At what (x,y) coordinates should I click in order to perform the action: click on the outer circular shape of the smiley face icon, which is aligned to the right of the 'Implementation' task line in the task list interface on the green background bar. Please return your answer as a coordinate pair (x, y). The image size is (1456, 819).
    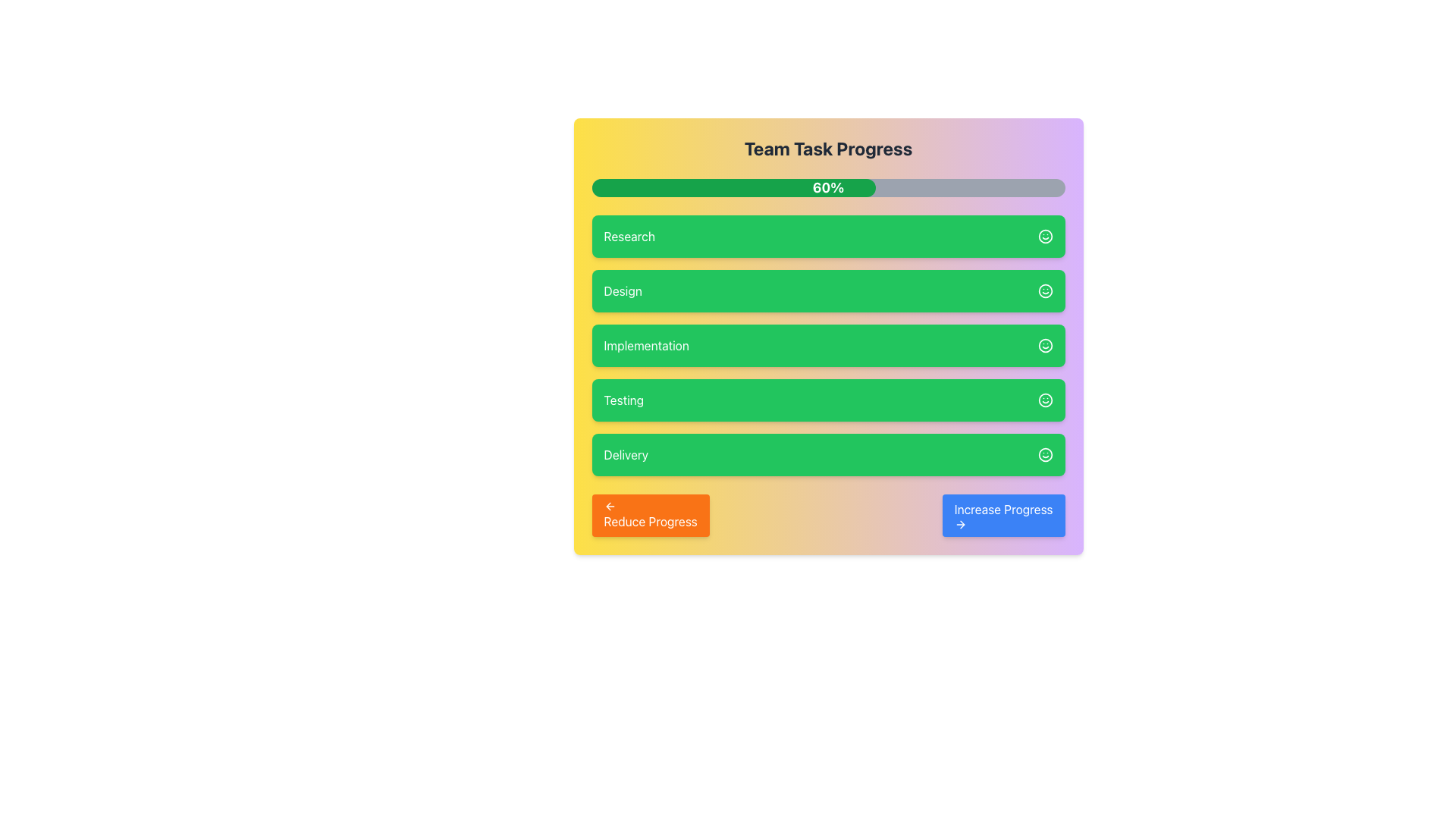
    Looking at the image, I should click on (1044, 345).